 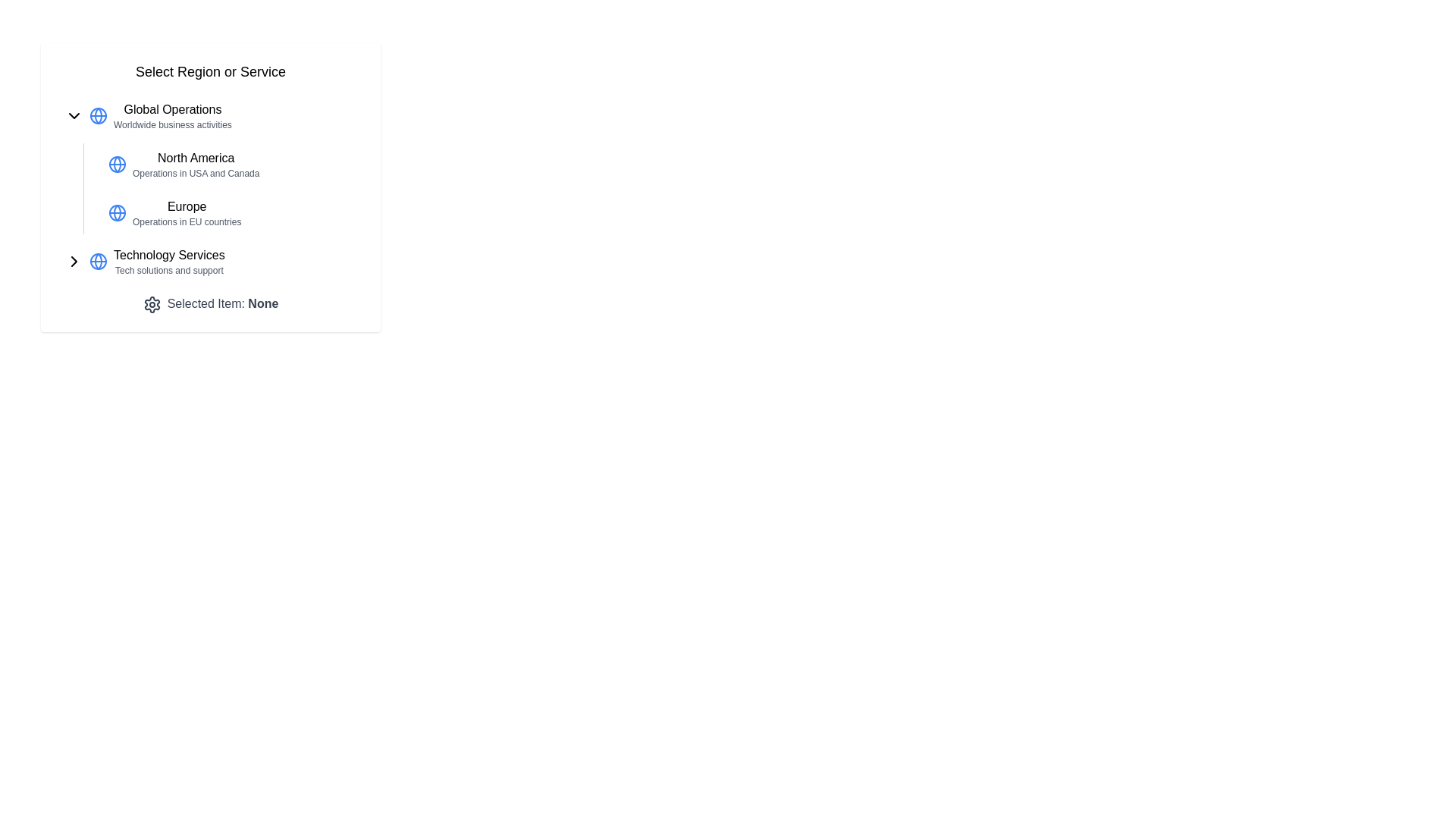 I want to click on the circular SVG element with a blue outline and white interior, positioned to the left of the 'Global Operations' text, so click(x=97, y=115).